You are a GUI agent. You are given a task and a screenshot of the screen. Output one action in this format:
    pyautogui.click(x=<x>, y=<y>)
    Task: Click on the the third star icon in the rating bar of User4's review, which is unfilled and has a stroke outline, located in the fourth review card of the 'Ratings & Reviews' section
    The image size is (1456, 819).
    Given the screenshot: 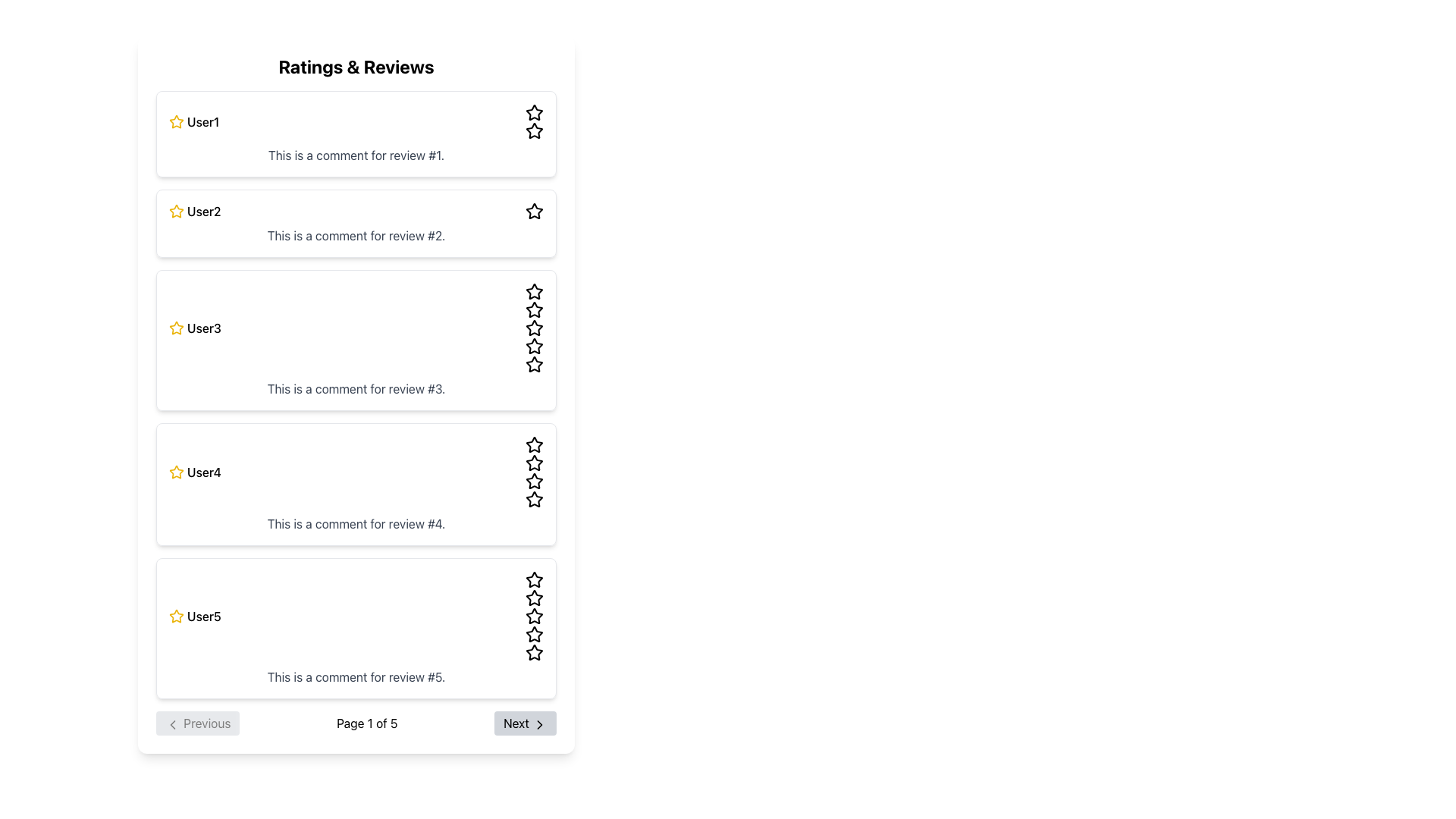 What is the action you would take?
    pyautogui.click(x=535, y=444)
    